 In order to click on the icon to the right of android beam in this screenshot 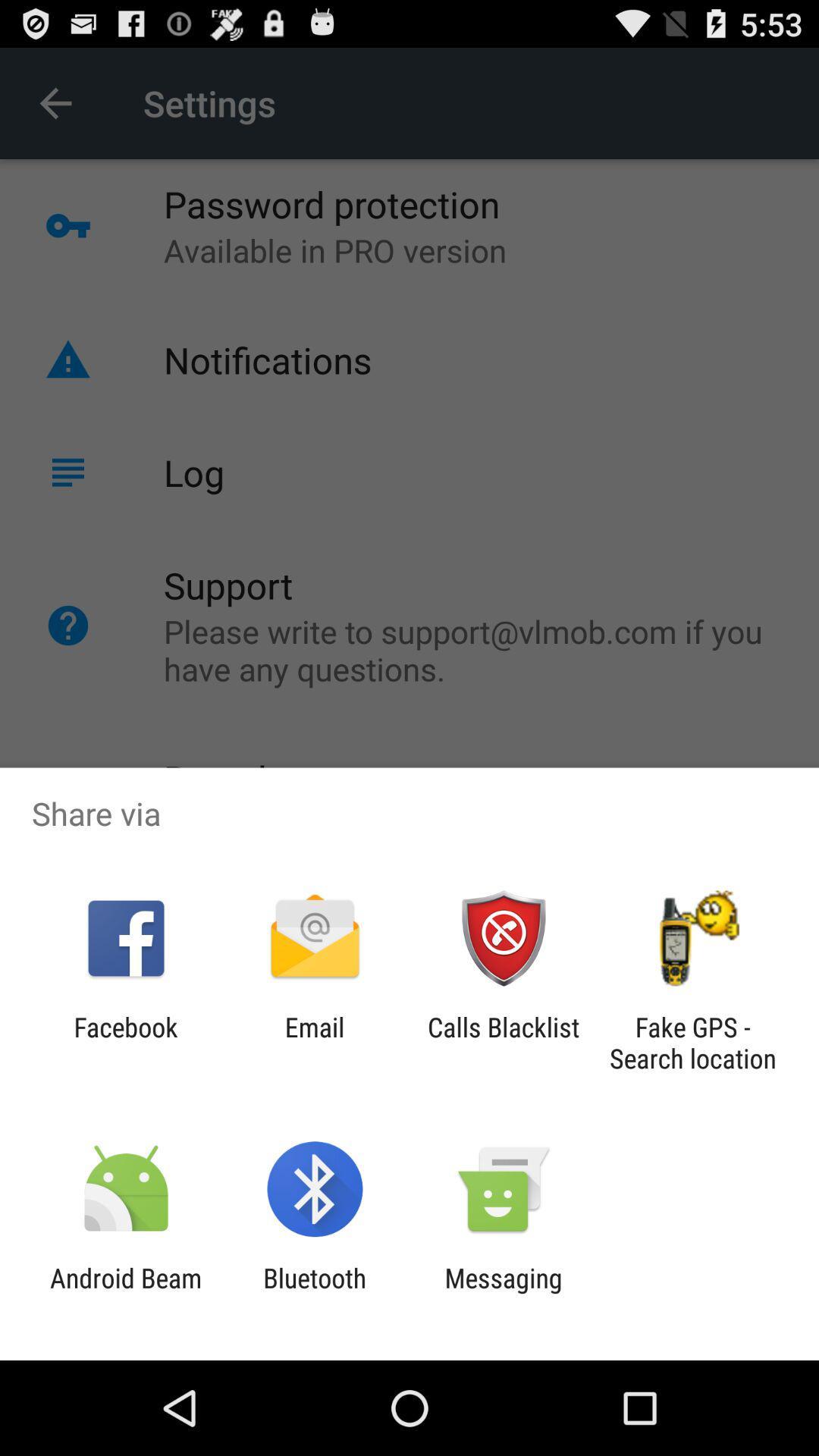, I will do `click(314, 1293)`.